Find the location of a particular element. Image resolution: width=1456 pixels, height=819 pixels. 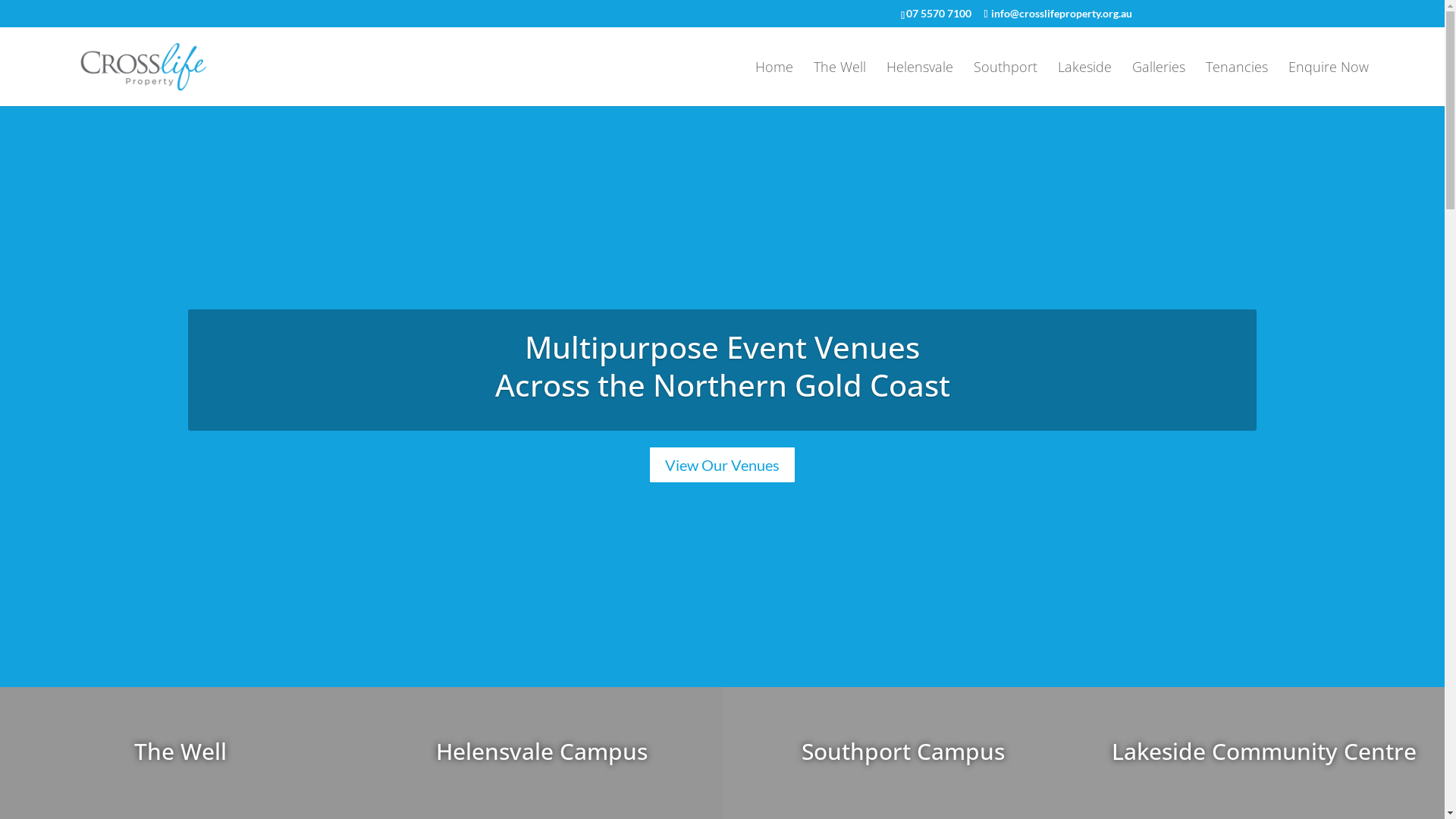

'Home' is located at coordinates (774, 83).